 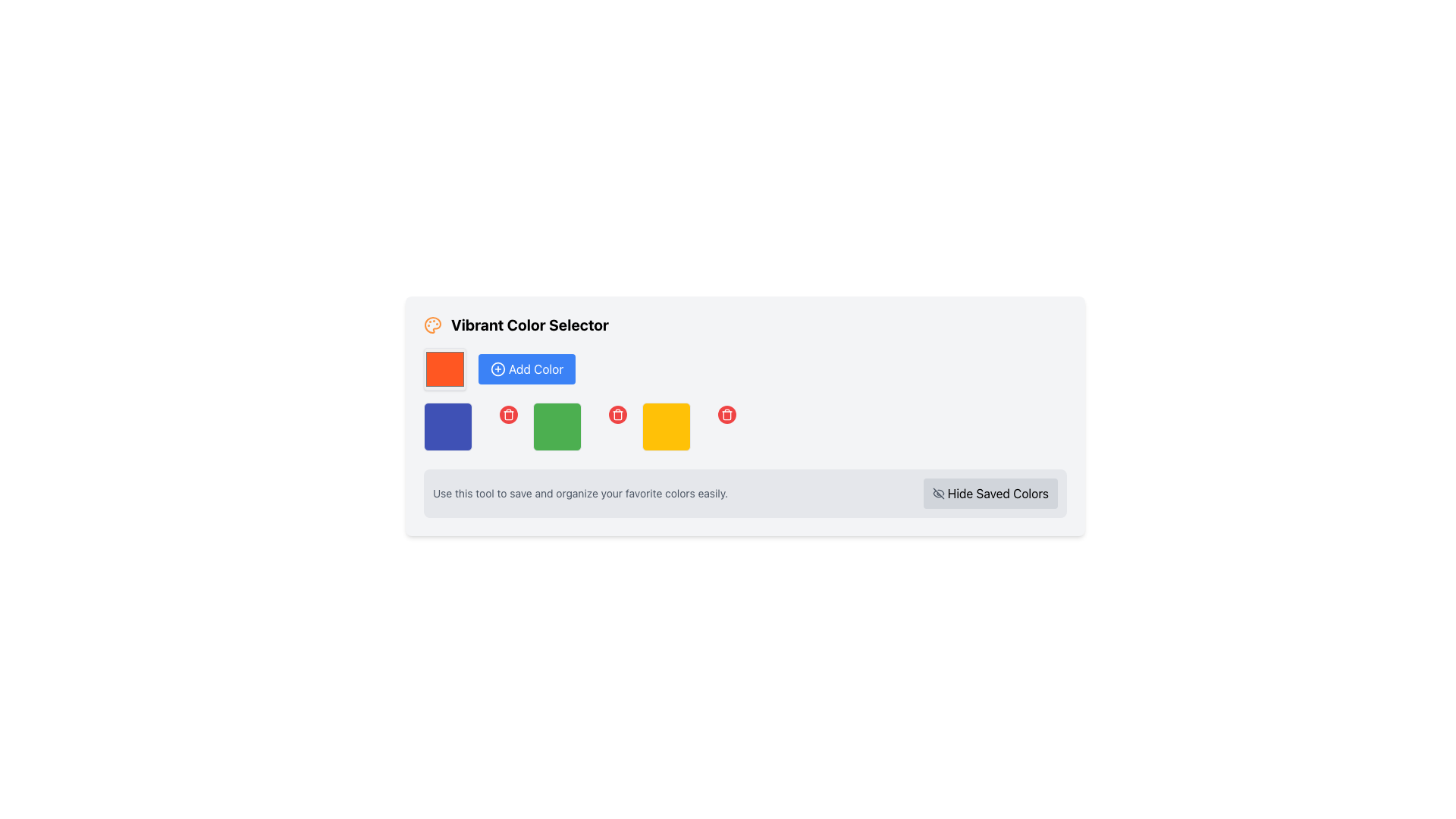 I want to click on the blue color selection tile, which is the second tile from the left in the color selector tool, located below the 'Add Color' button and to the right of the orange tile, so click(x=447, y=427).